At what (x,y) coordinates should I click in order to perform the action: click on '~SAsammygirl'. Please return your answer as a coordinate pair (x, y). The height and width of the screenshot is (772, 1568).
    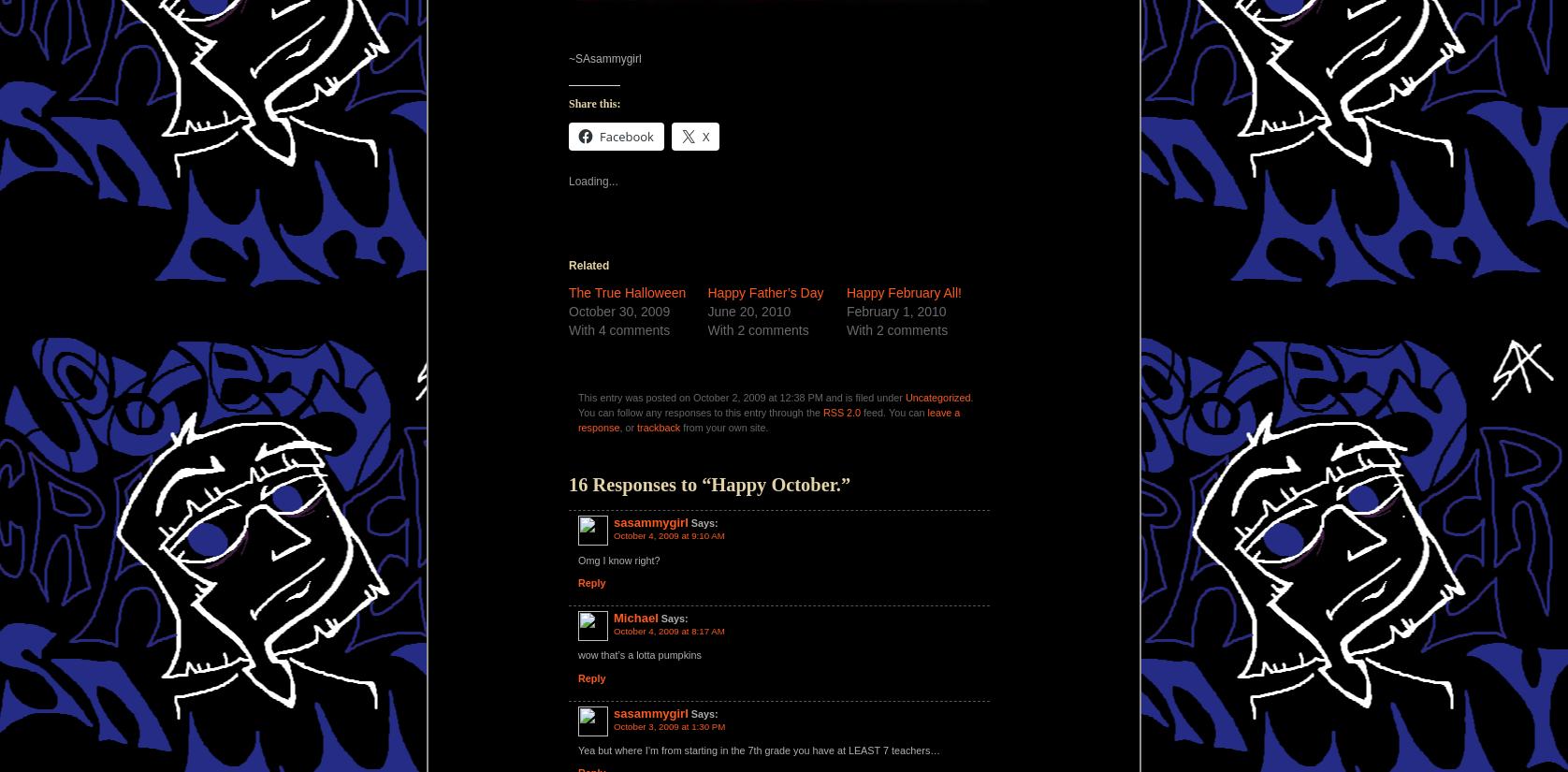
    Looking at the image, I should click on (569, 59).